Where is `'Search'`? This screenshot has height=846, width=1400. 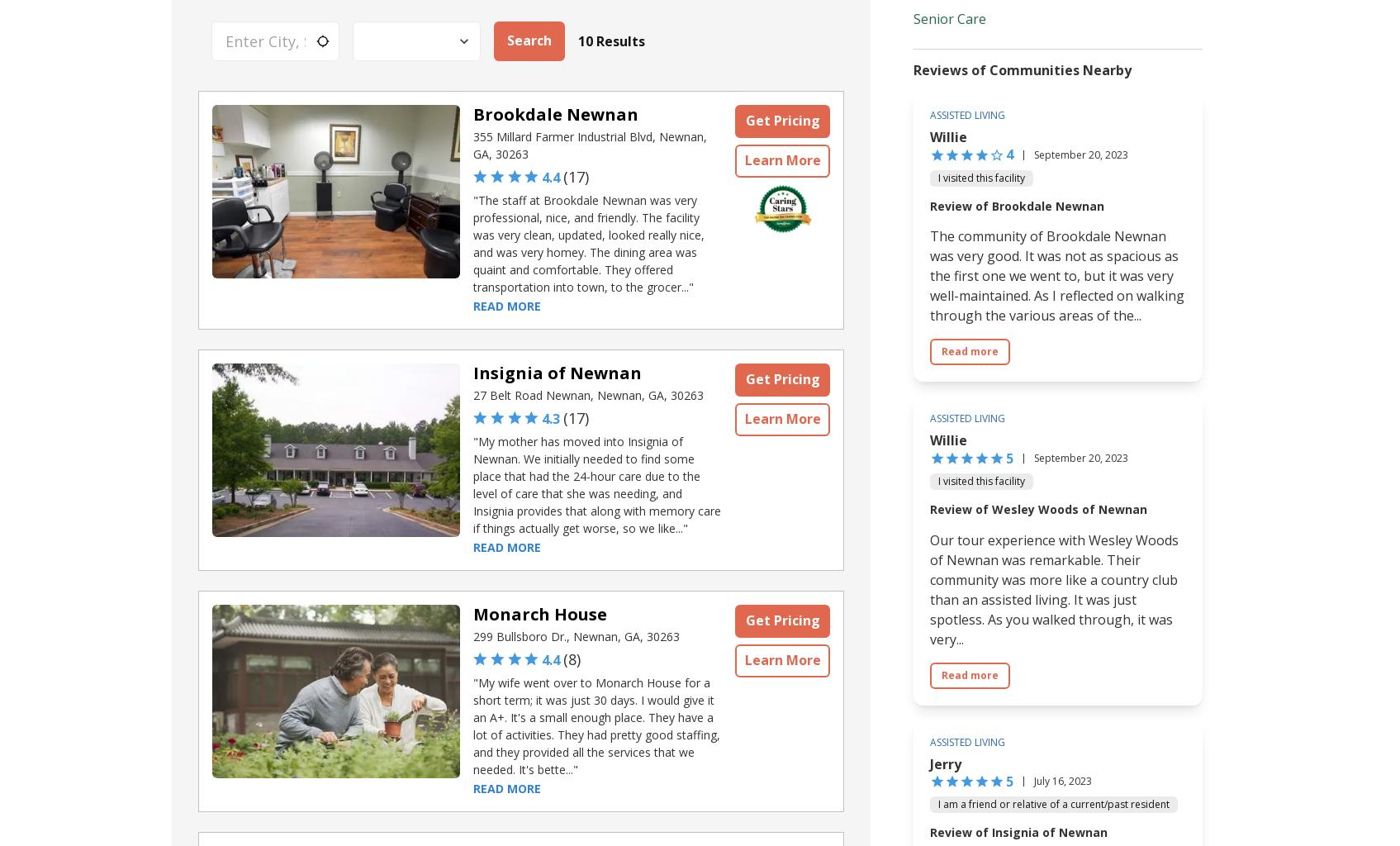 'Search' is located at coordinates (528, 40).